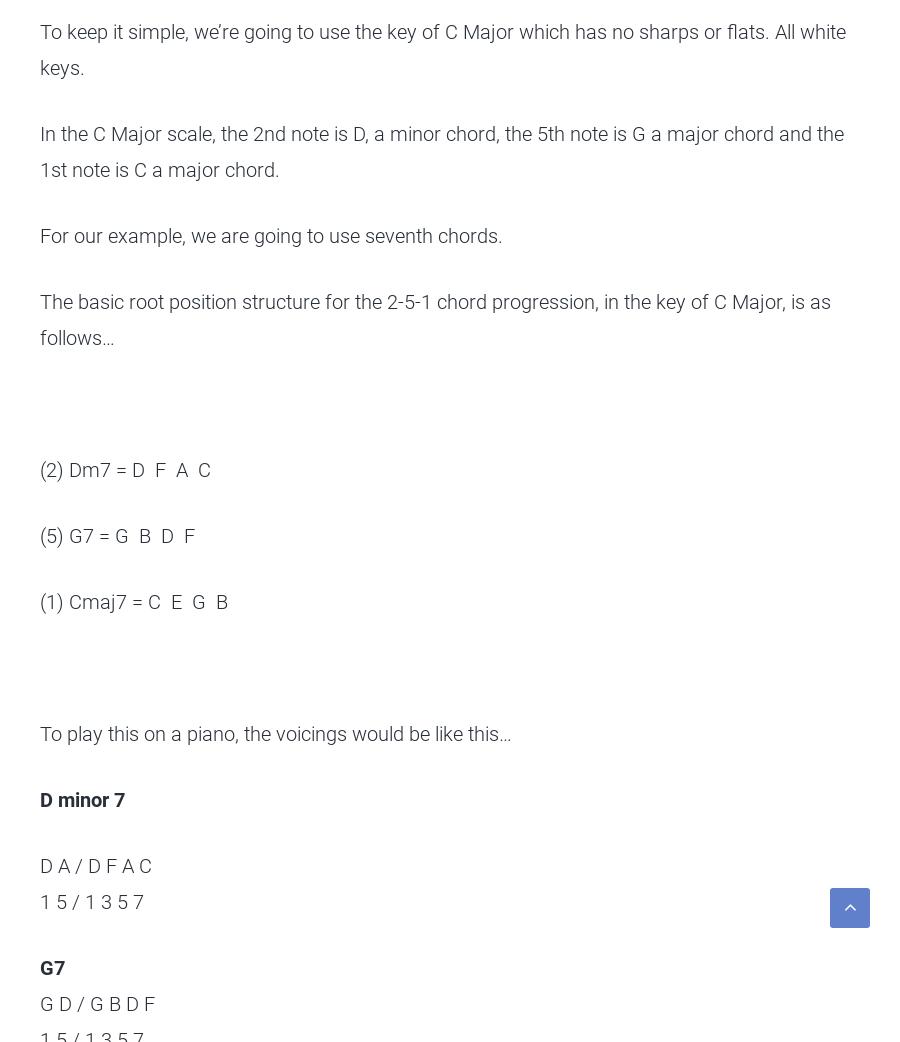 The height and width of the screenshot is (1042, 900). What do you see at coordinates (38, 535) in the screenshot?
I see `'(5) G7 = G  B  D  F'` at bounding box center [38, 535].